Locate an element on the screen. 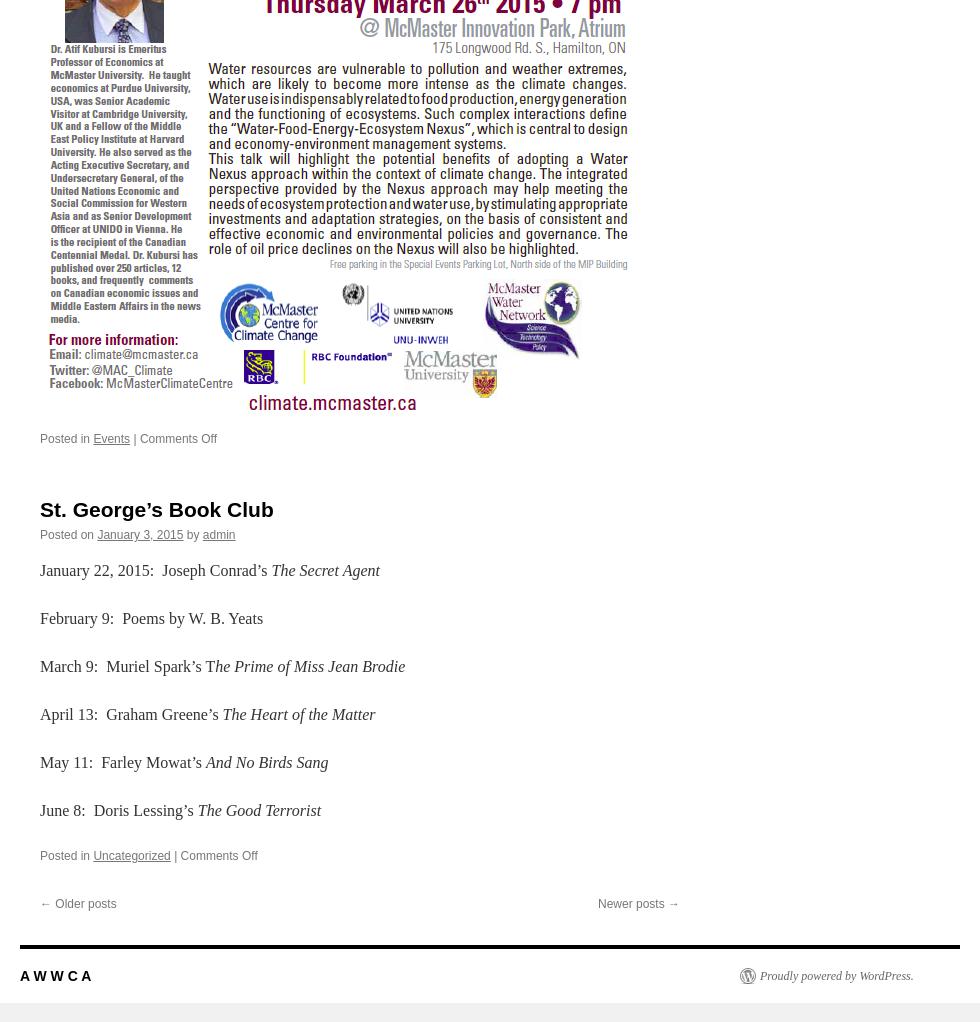 The image size is (980, 1022). 'March 9:  Muriel Spark’s T' is located at coordinates (39, 664).